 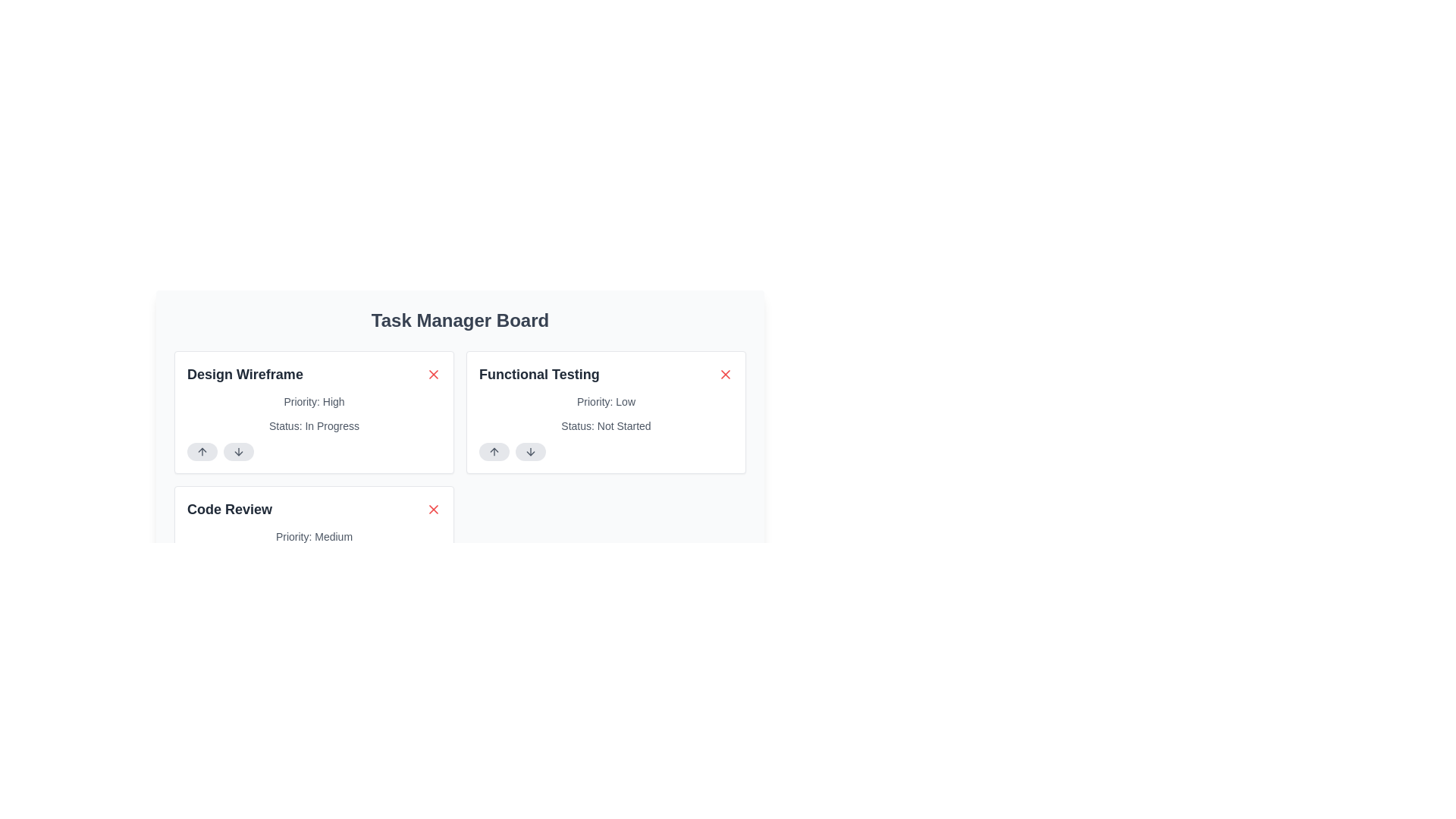 What do you see at coordinates (432, 509) in the screenshot?
I see `the delete button located in the 'Code Review' section, positioned to the far right of the header text 'Code Review'` at bounding box center [432, 509].